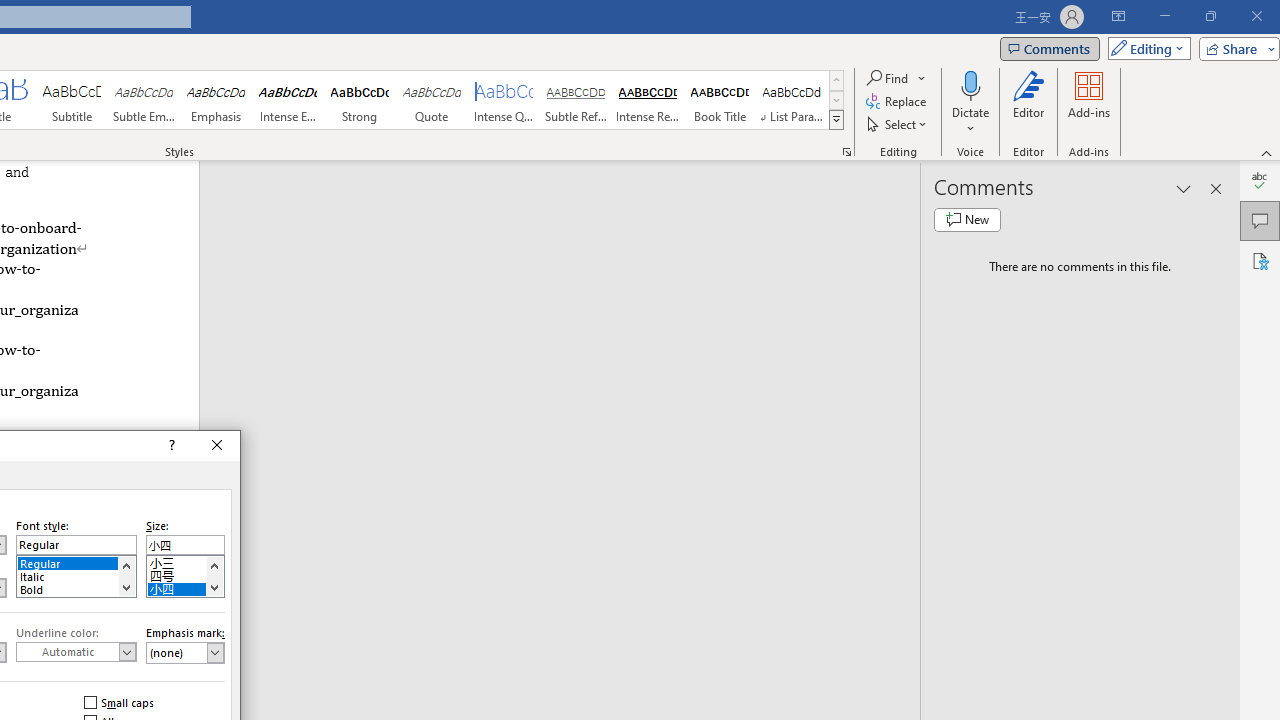 The image size is (1280, 720). I want to click on 'Book Title', so click(720, 100).